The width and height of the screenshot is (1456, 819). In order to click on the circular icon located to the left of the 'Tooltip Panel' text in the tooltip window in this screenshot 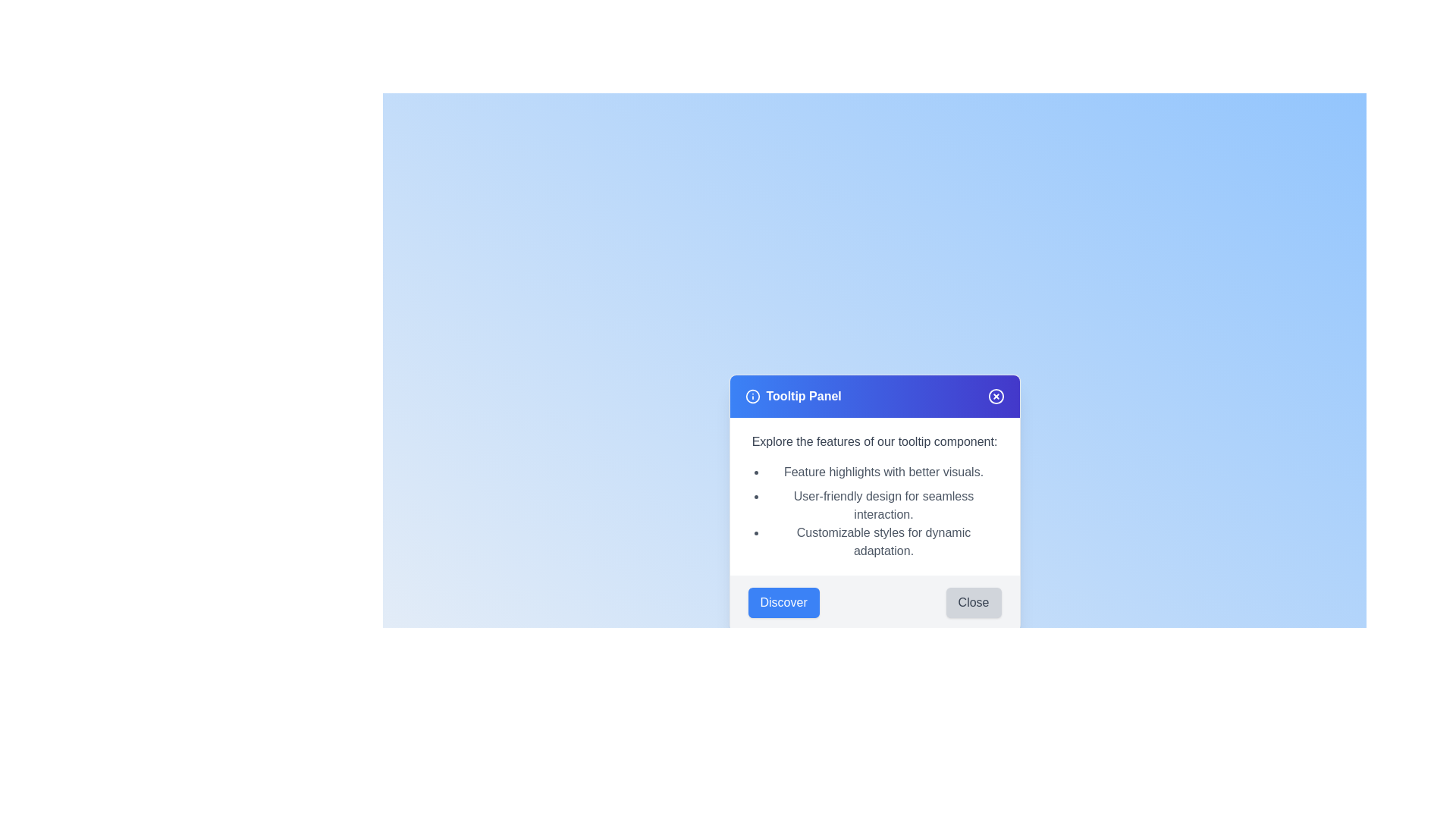, I will do `click(752, 396)`.